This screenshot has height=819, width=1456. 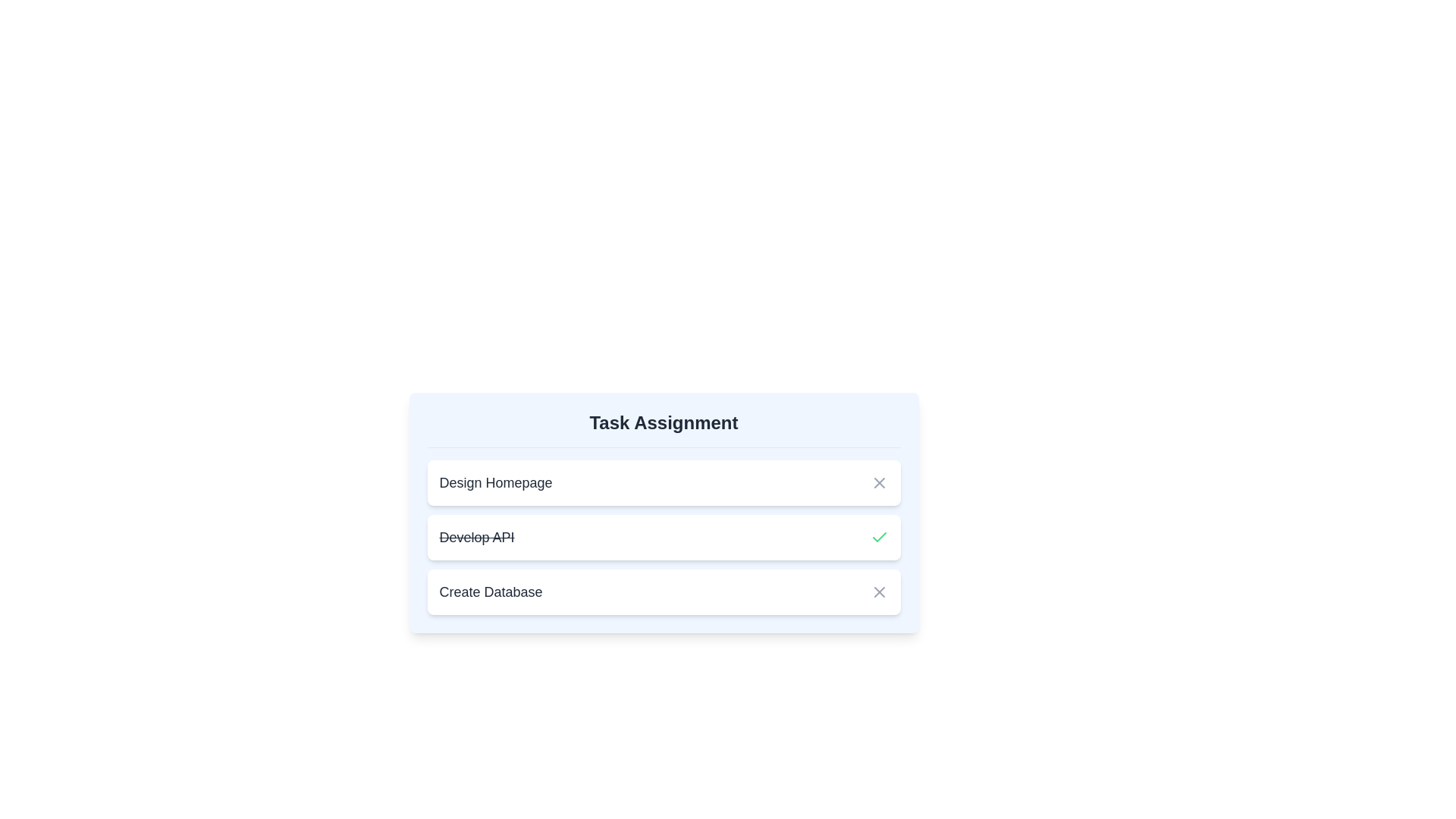 I want to click on the small 'X' icon button located to the far right of the 'Design Homepage' text within the 'Task Assignment' list for keyboard interaction, so click(x=879, y=482).